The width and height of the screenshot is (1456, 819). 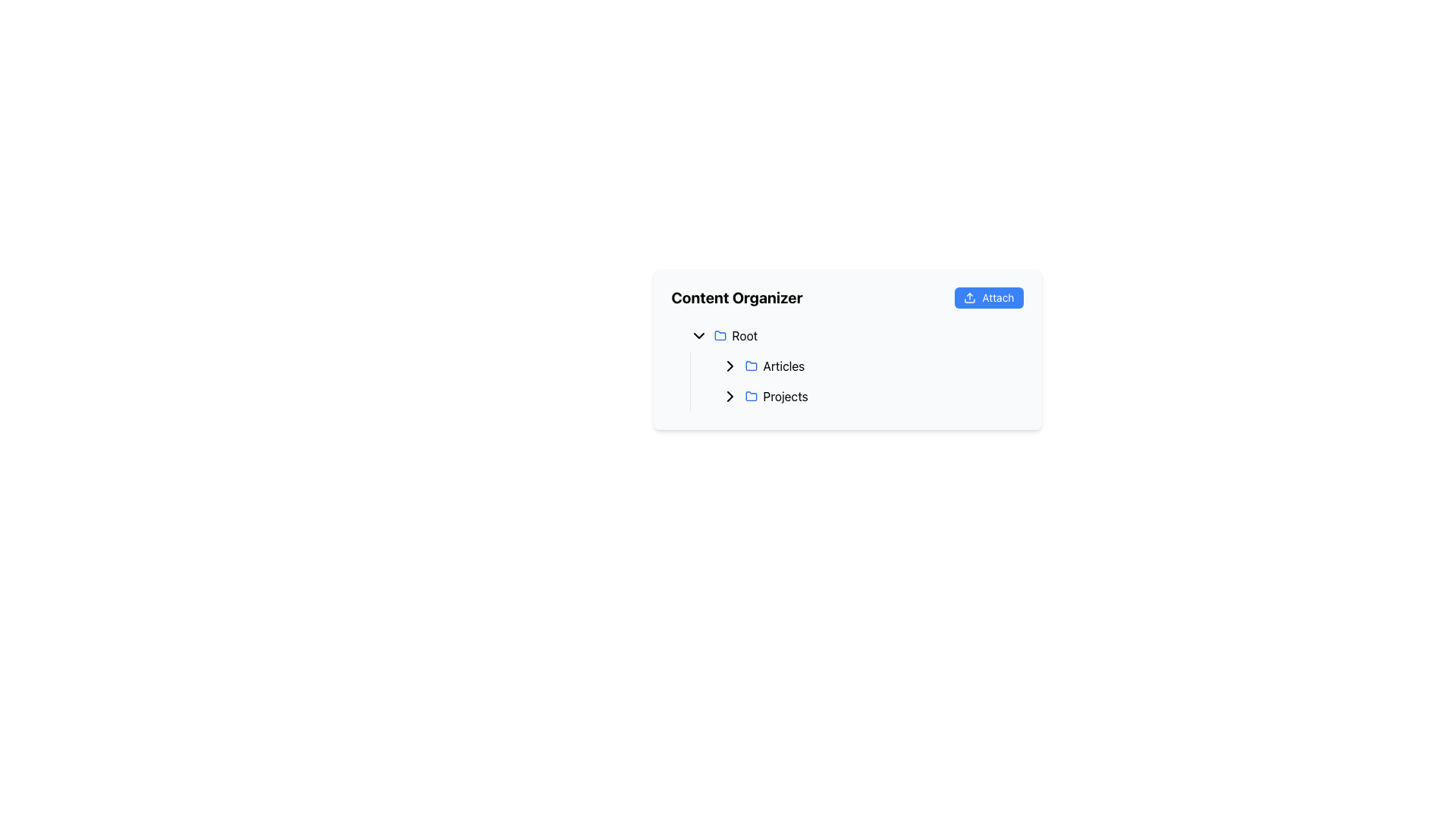 I want to click on the 'Articles' icon, which visually represents a folder or category for related content, to interact or navigate, so click(x=751, y=366).